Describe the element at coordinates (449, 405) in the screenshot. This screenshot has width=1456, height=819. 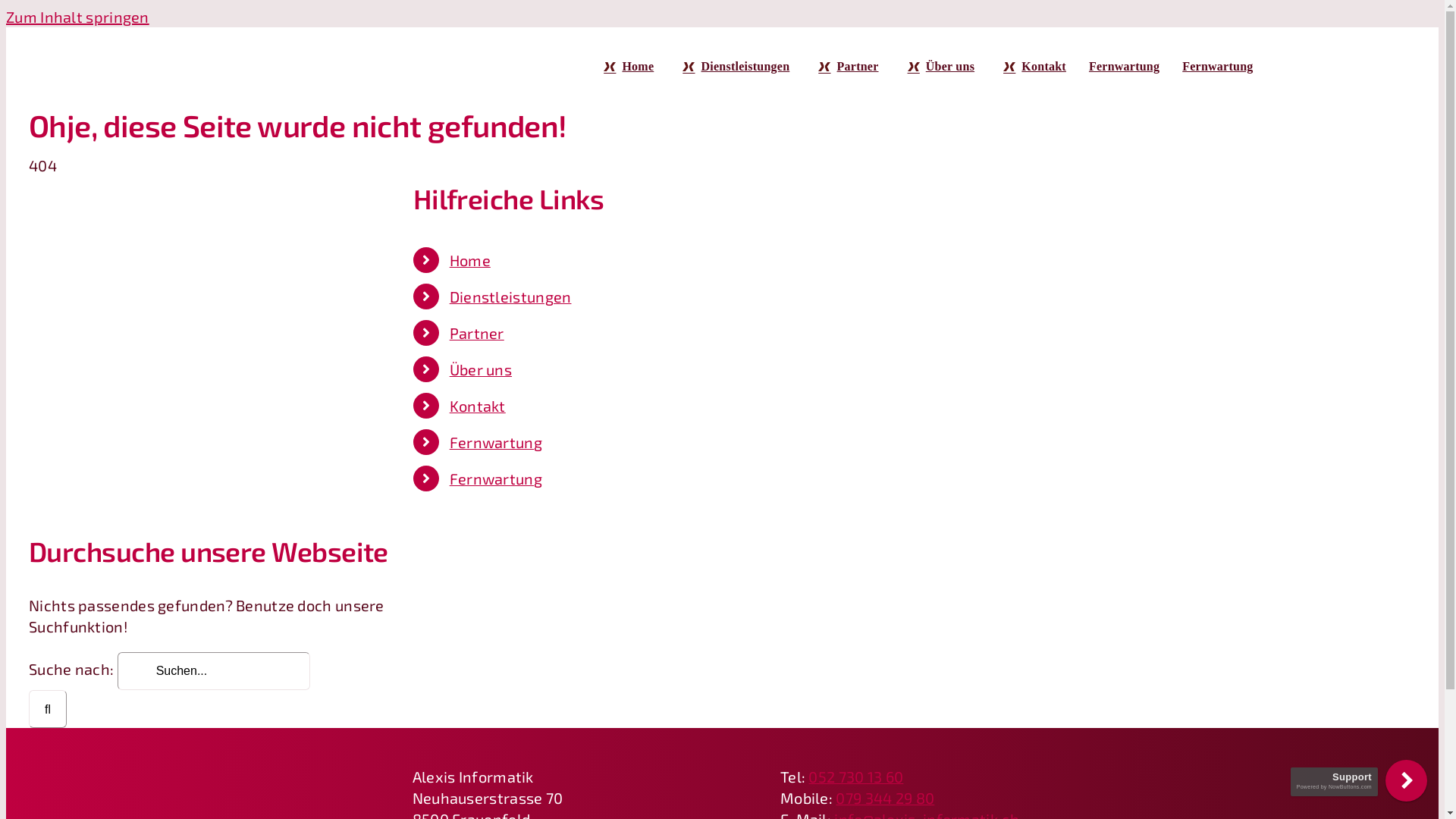
I see `'Kontakt'` at that location.